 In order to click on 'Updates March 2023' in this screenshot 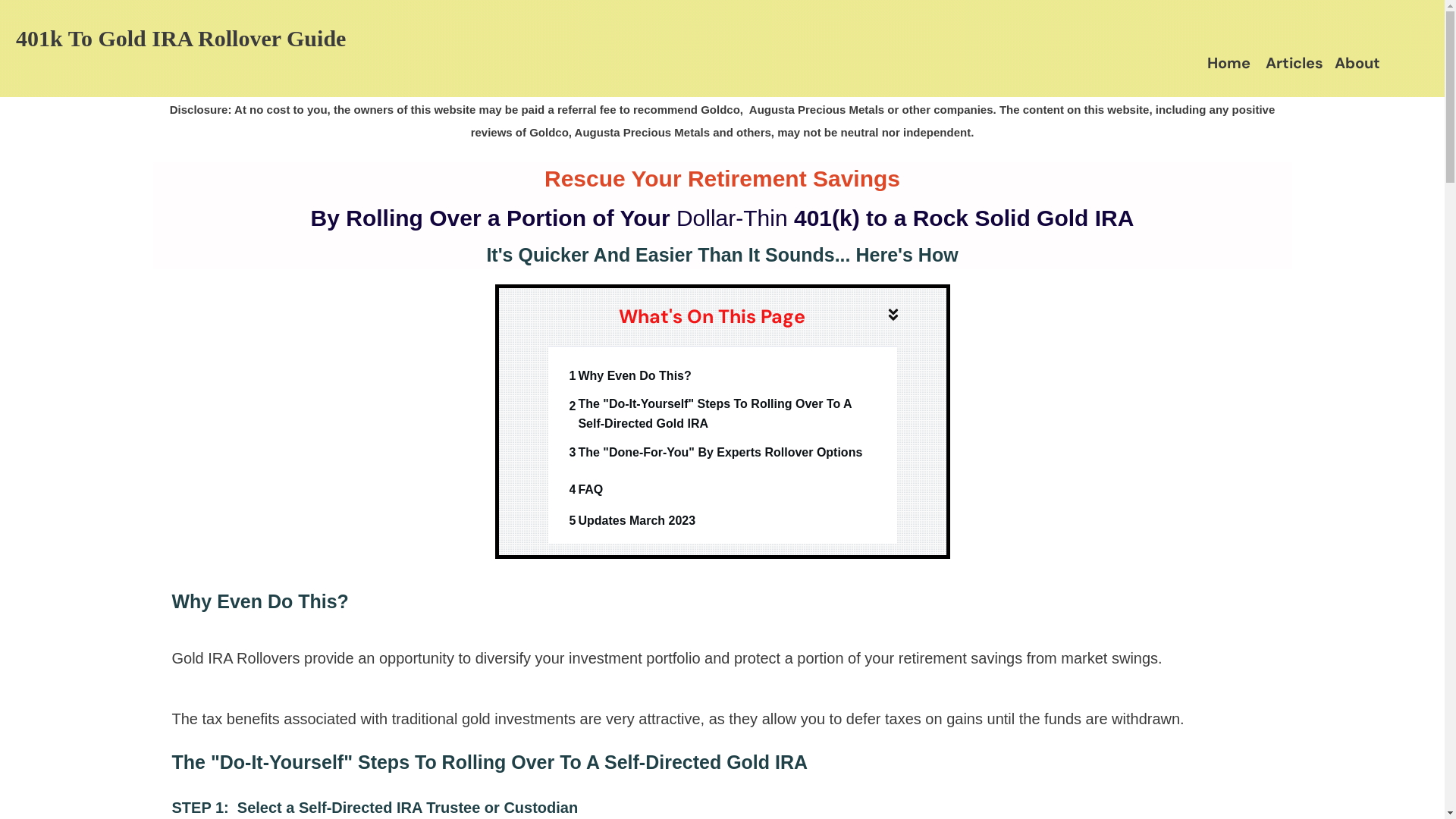, I will do `click(636, 519)`.